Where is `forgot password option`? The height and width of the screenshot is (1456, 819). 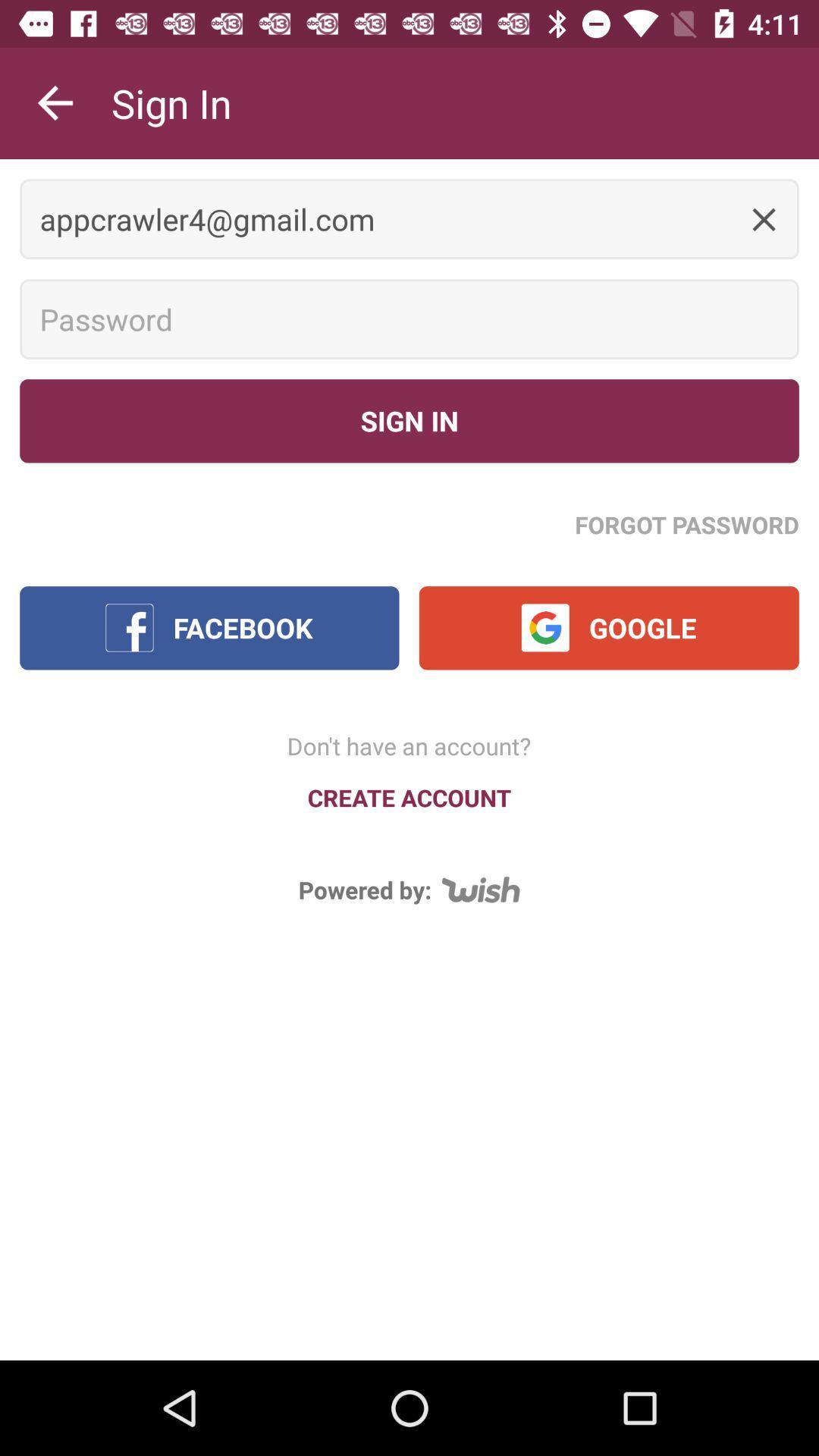
forgot password option is located at coordinates (687, 524).